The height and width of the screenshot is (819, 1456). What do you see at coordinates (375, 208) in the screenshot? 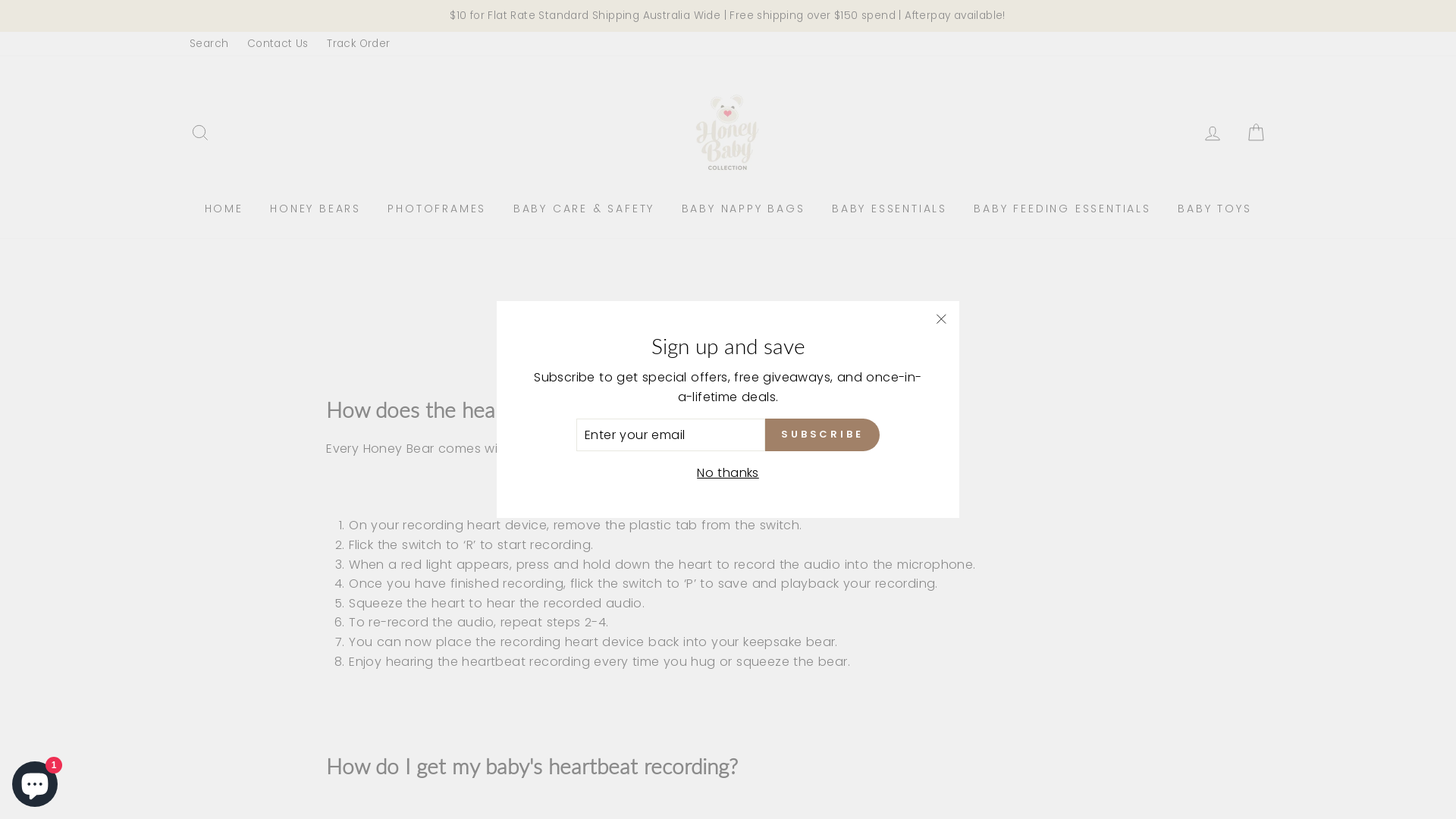
I see `'PHOTOFRAMES'` at bounding box center [375, 208].